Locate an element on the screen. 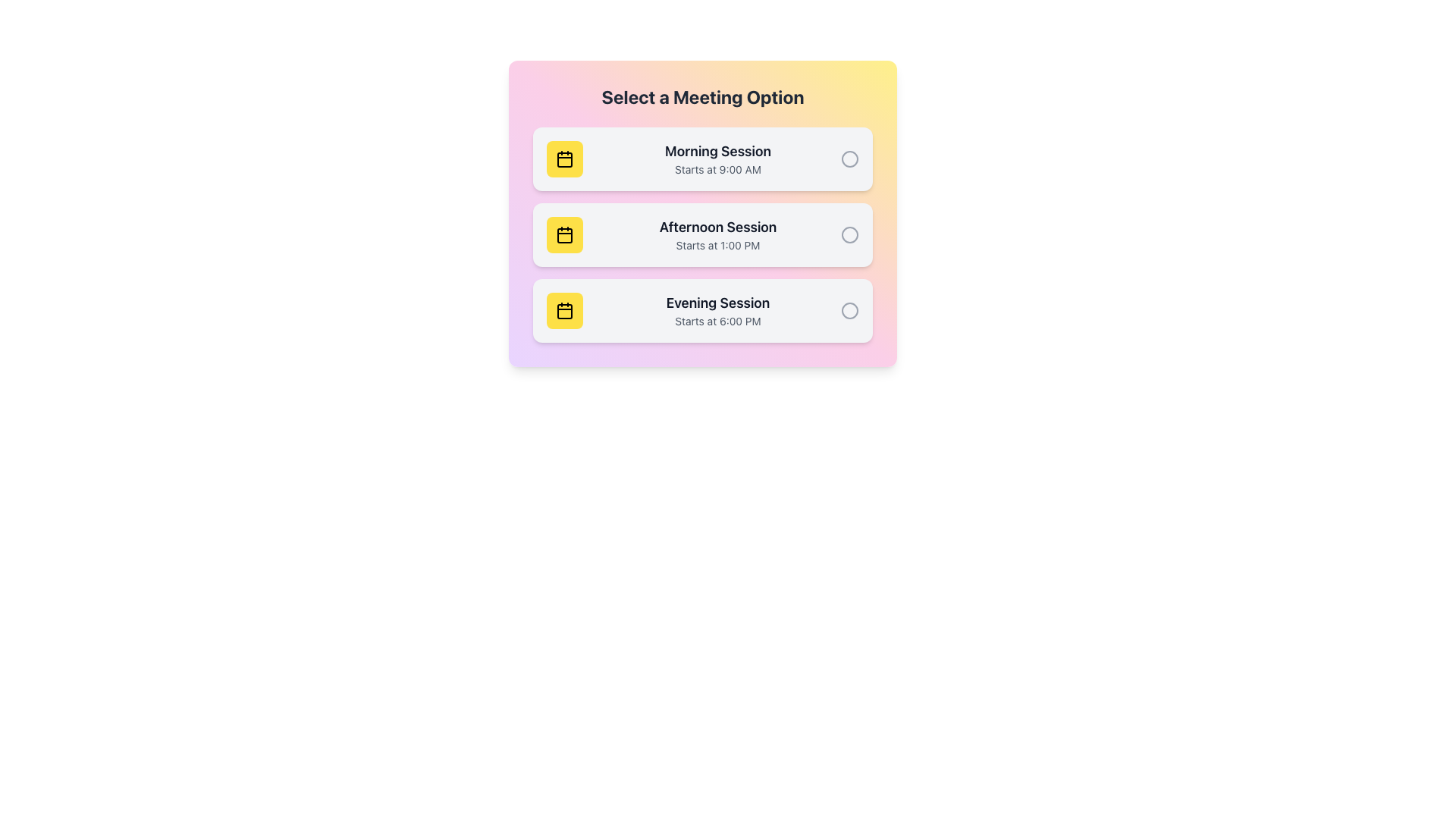 The height and width of the screenshot is (819, 1456). the yellow square icon with rounded corners that resembles a calendar, located to the left of the text 'Morning Session.' is located at coordinates (563, 158).